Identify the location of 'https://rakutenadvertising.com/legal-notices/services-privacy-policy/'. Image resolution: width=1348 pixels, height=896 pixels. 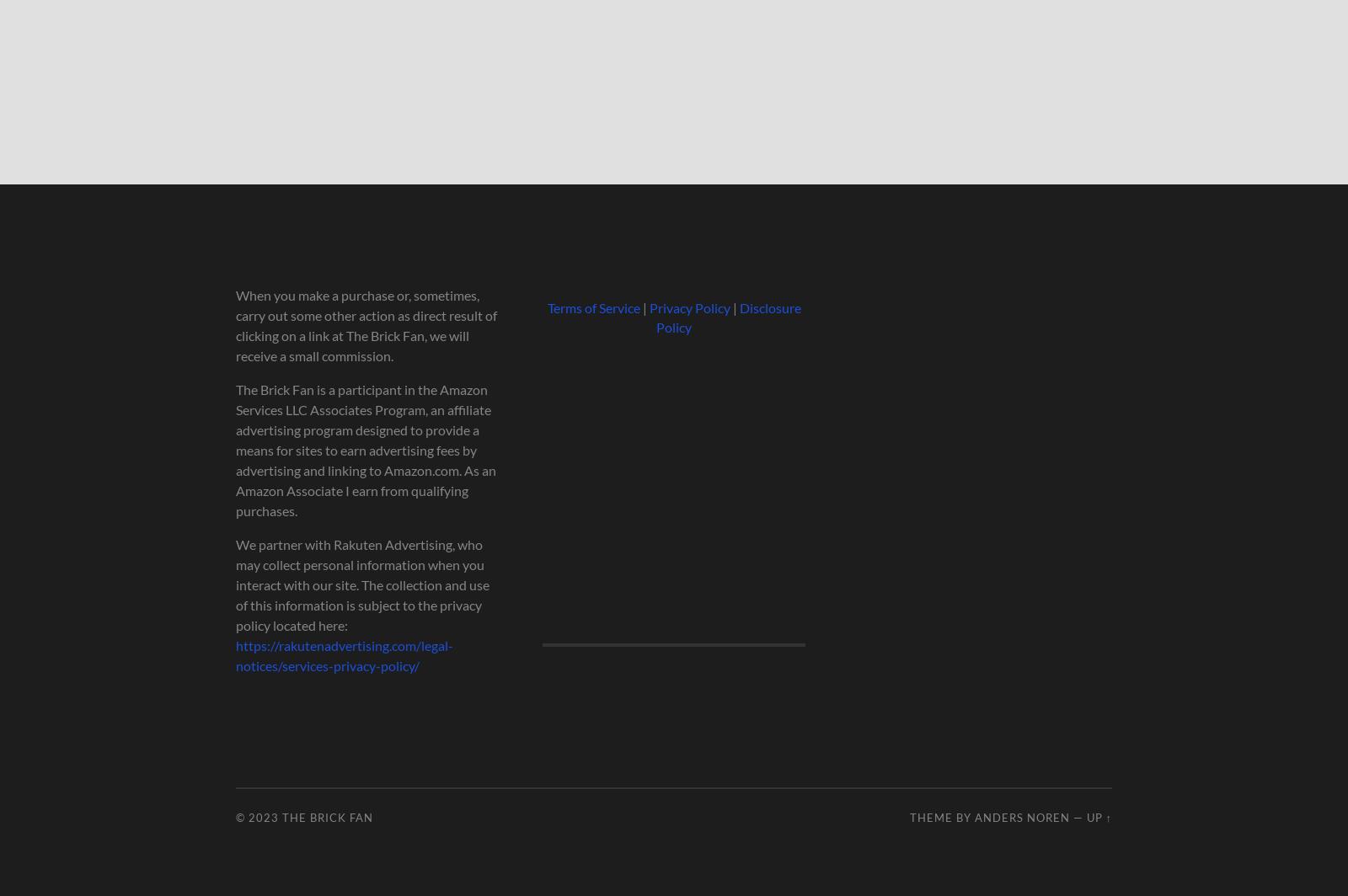
(343, 655).